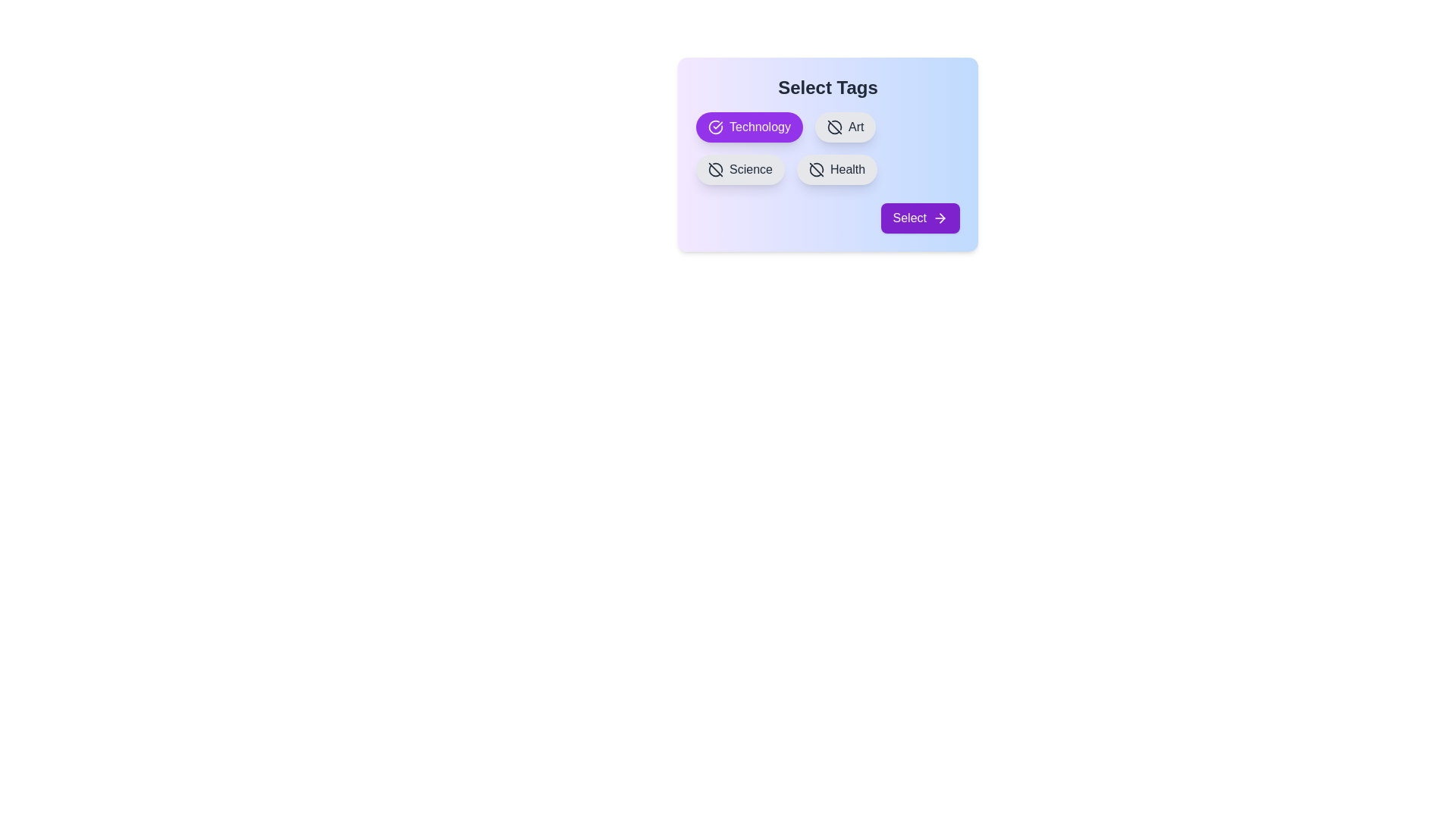  I want to click on the tag Technology, so click(749, 127).